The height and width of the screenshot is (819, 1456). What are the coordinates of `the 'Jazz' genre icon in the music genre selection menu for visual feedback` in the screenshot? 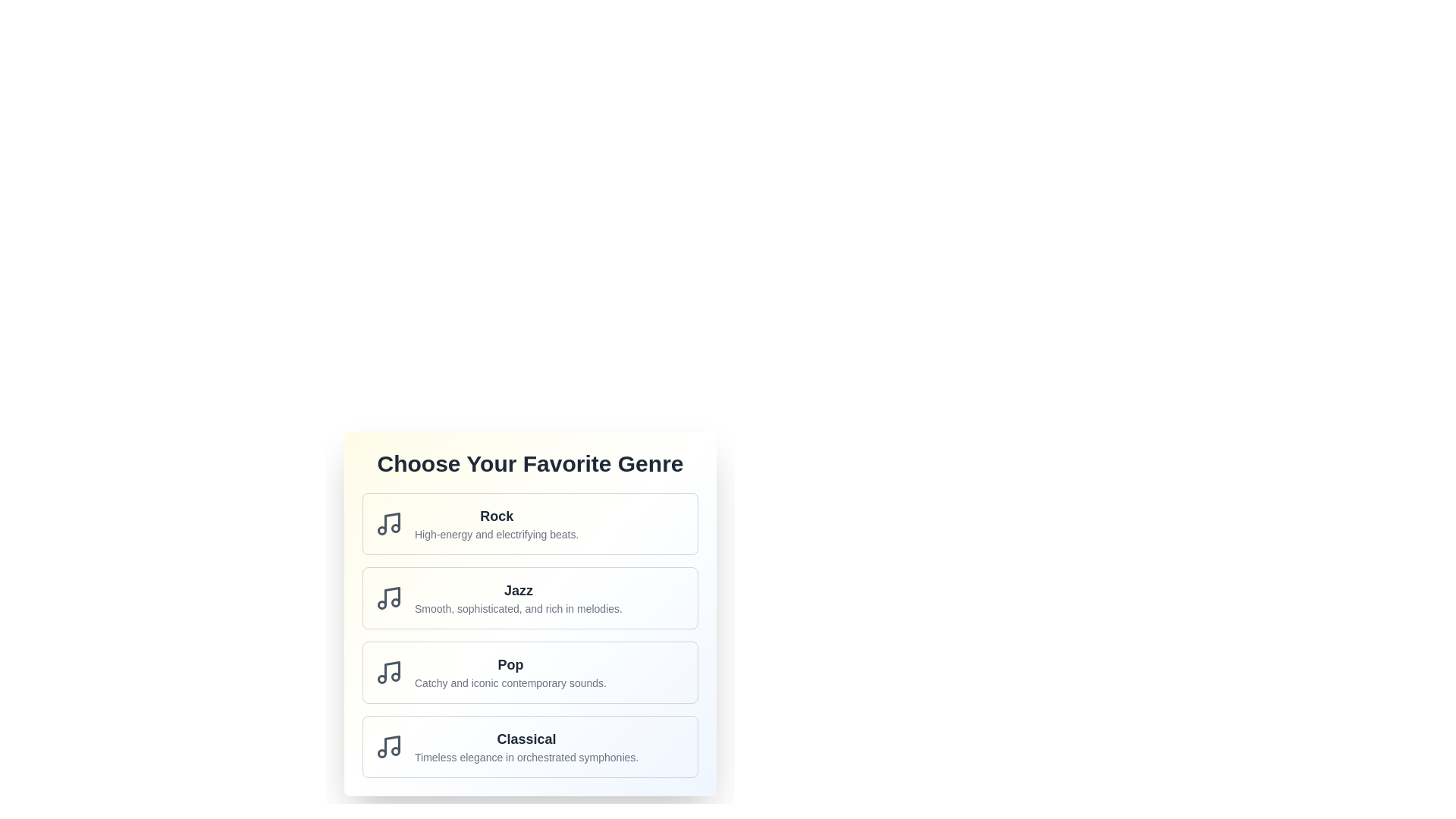 It's located at (392, 595).